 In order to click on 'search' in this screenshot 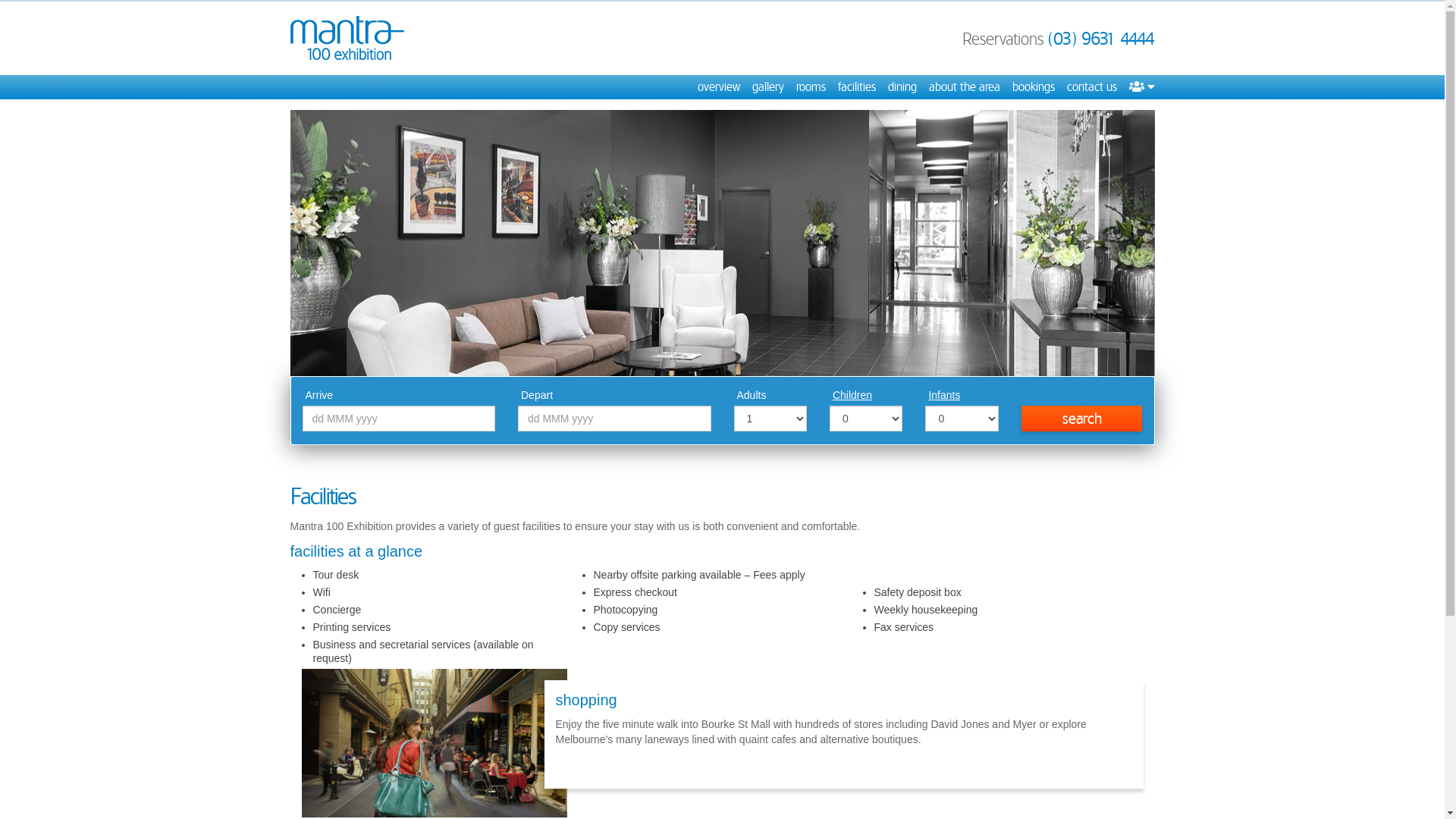, I will do `click(1081, 418)`.